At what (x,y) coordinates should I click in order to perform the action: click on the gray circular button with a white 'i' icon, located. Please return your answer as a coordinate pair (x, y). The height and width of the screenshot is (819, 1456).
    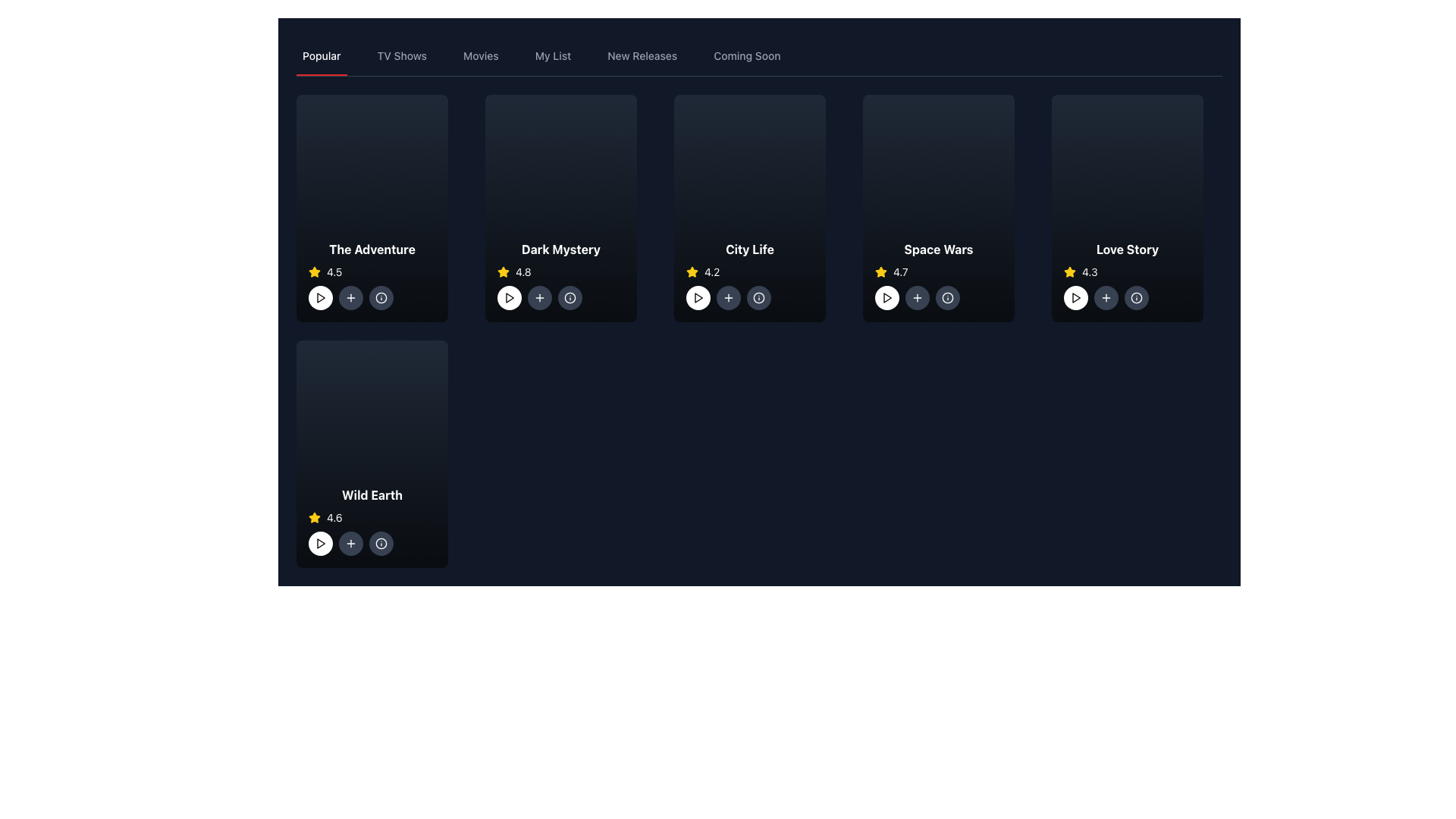
    Looking at the image, I should click on (560, 298).